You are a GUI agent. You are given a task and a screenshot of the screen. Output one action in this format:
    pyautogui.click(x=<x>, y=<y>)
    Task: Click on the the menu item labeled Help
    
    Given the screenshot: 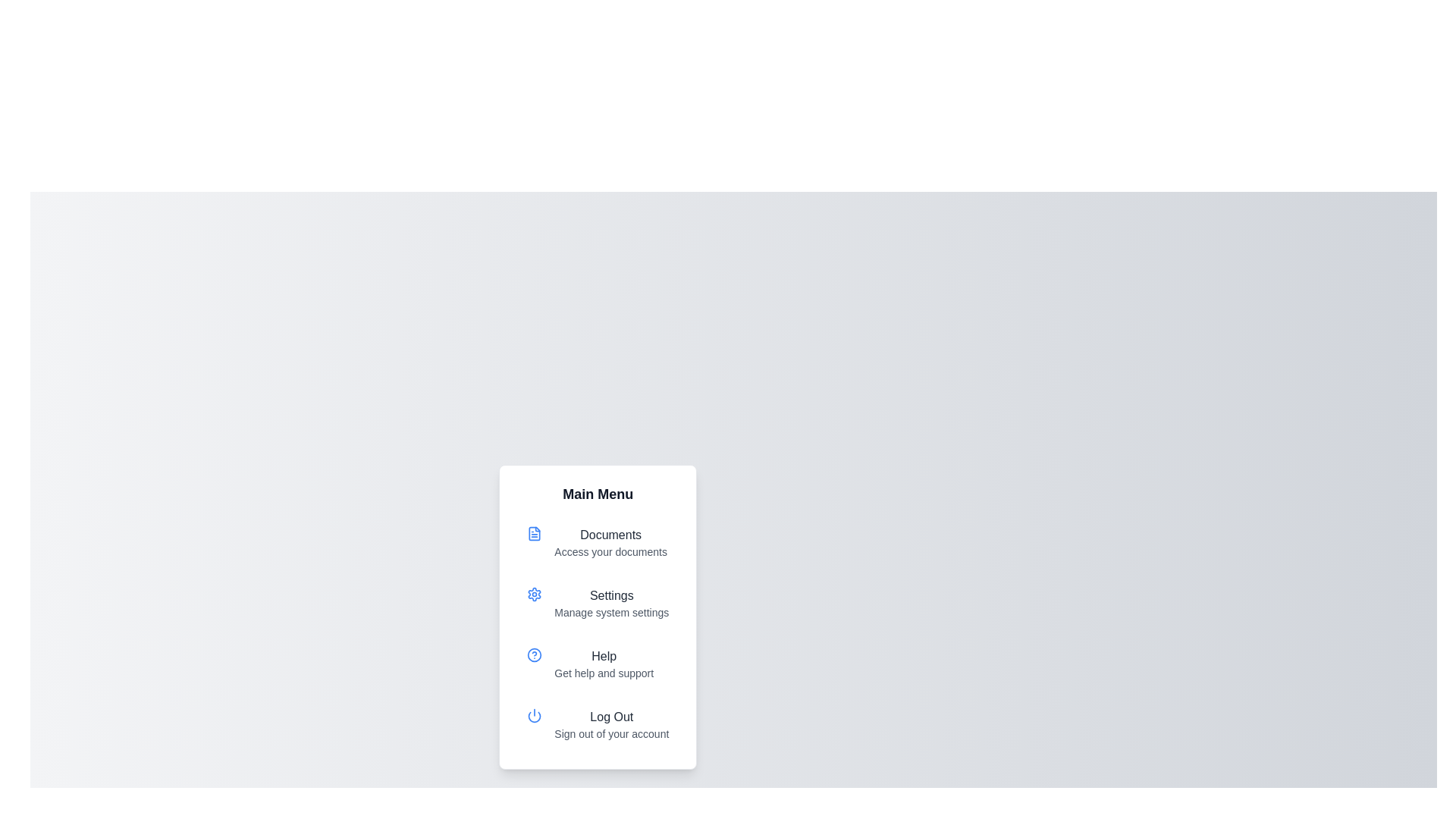 What is the action you would take?
    pyautogui.click(x=597, y=663)
    